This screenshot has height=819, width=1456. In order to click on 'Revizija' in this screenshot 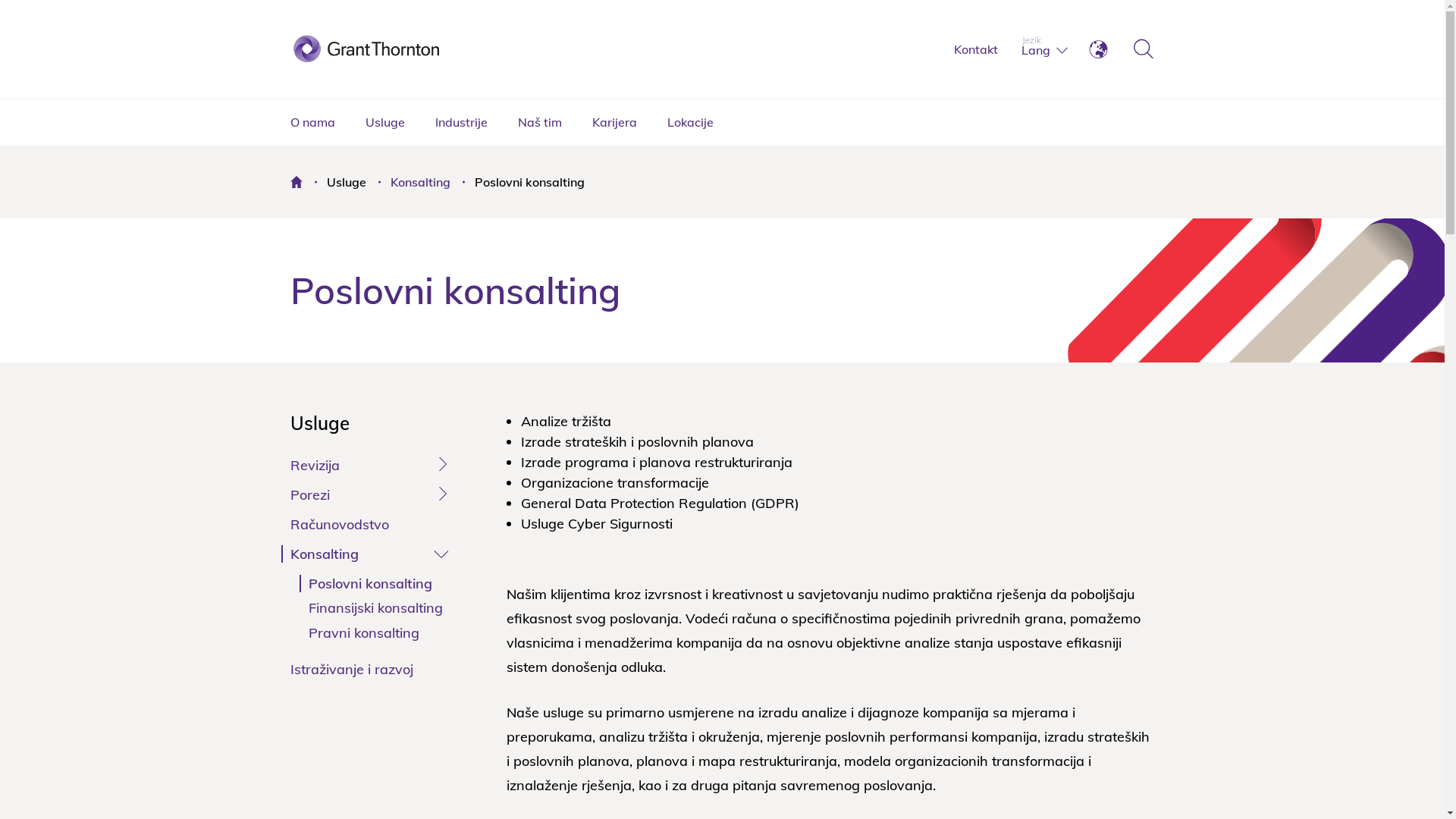, I will do `click(313, 464)`.